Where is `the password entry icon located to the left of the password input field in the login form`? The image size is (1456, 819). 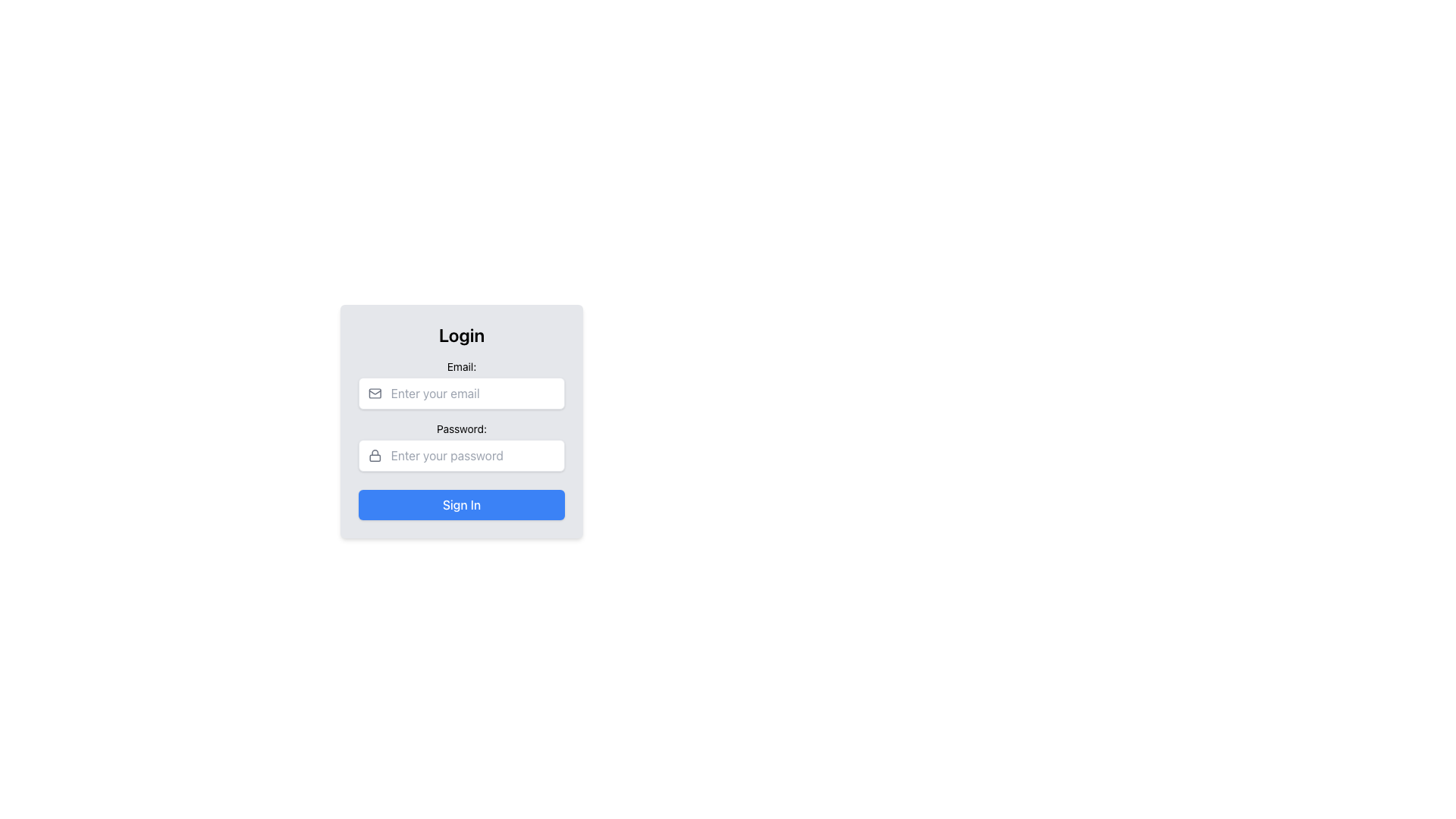
the password entry icon located to the left of the password input field in the login form is located at coordinates (375, 455).